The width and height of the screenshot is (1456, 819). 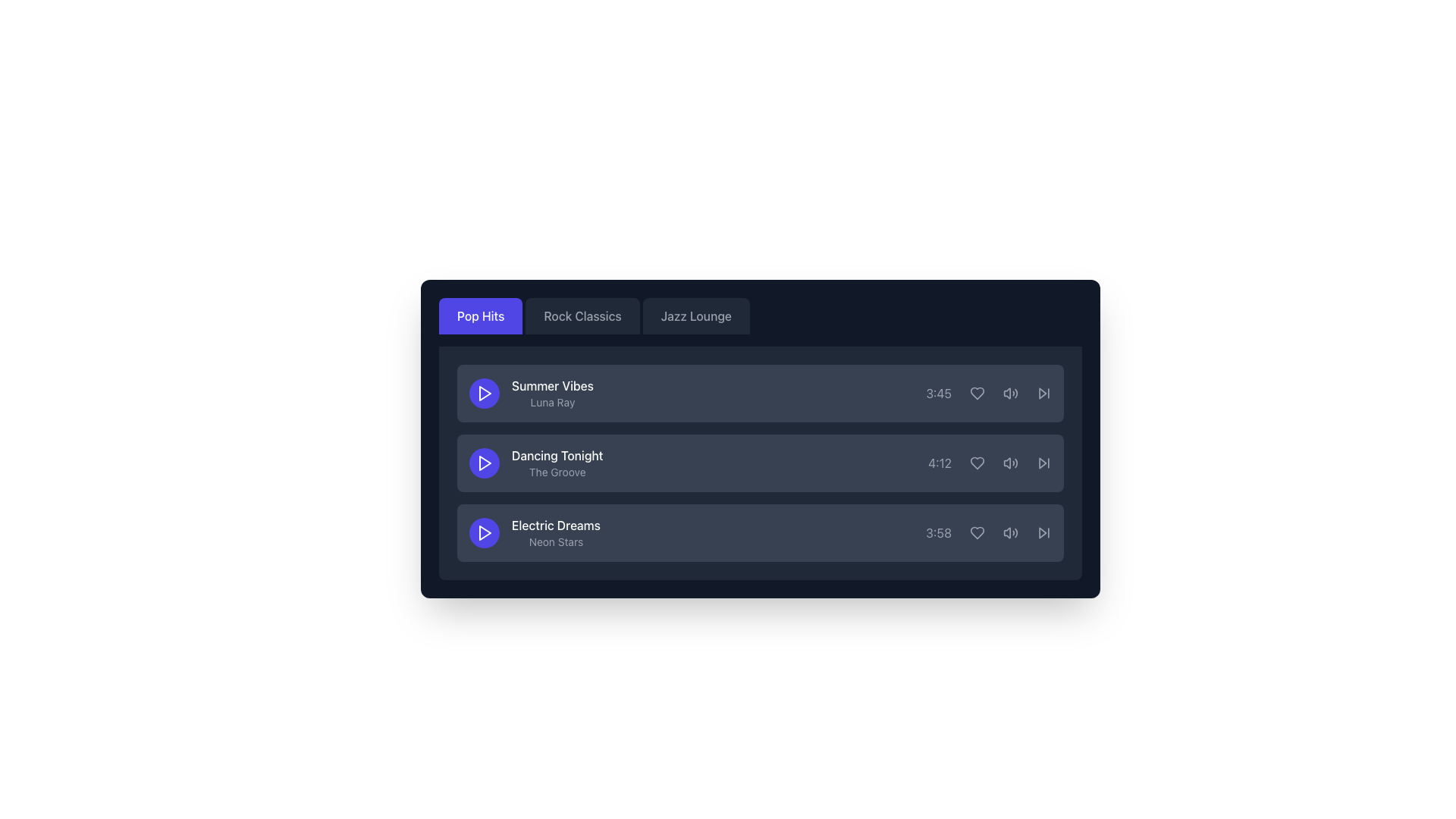 What do you see at coordinates (977, 462) in the screenshot?
I see `the heart-shaped icon button located to the right of the duration text '4:12' for the song 'Dancing Tonight' by 'The Groove'` at bounding box center [977, 462].